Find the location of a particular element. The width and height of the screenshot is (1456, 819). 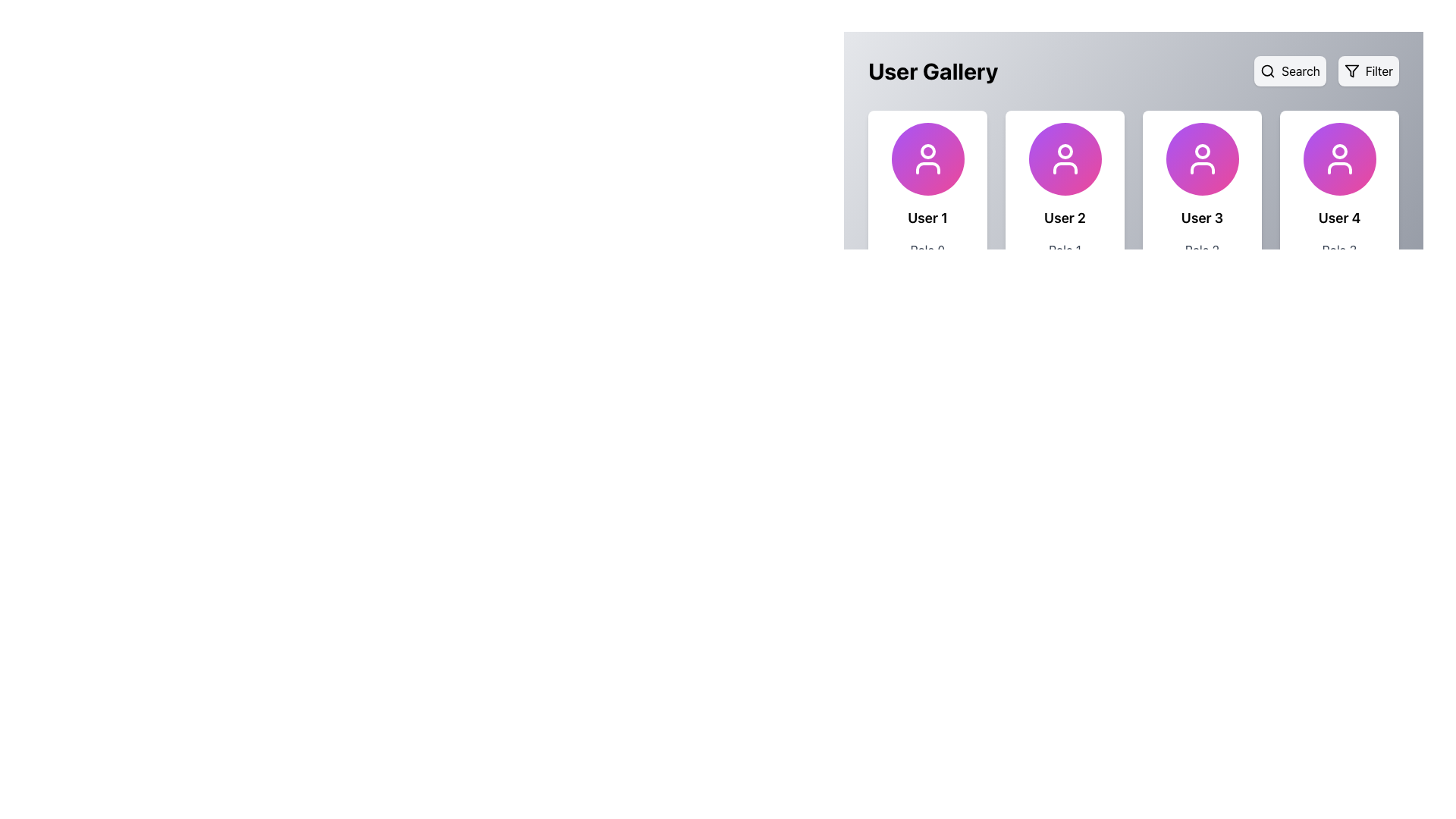

the user identification icon for 'User 2' is located at coordinates (1064, 158).